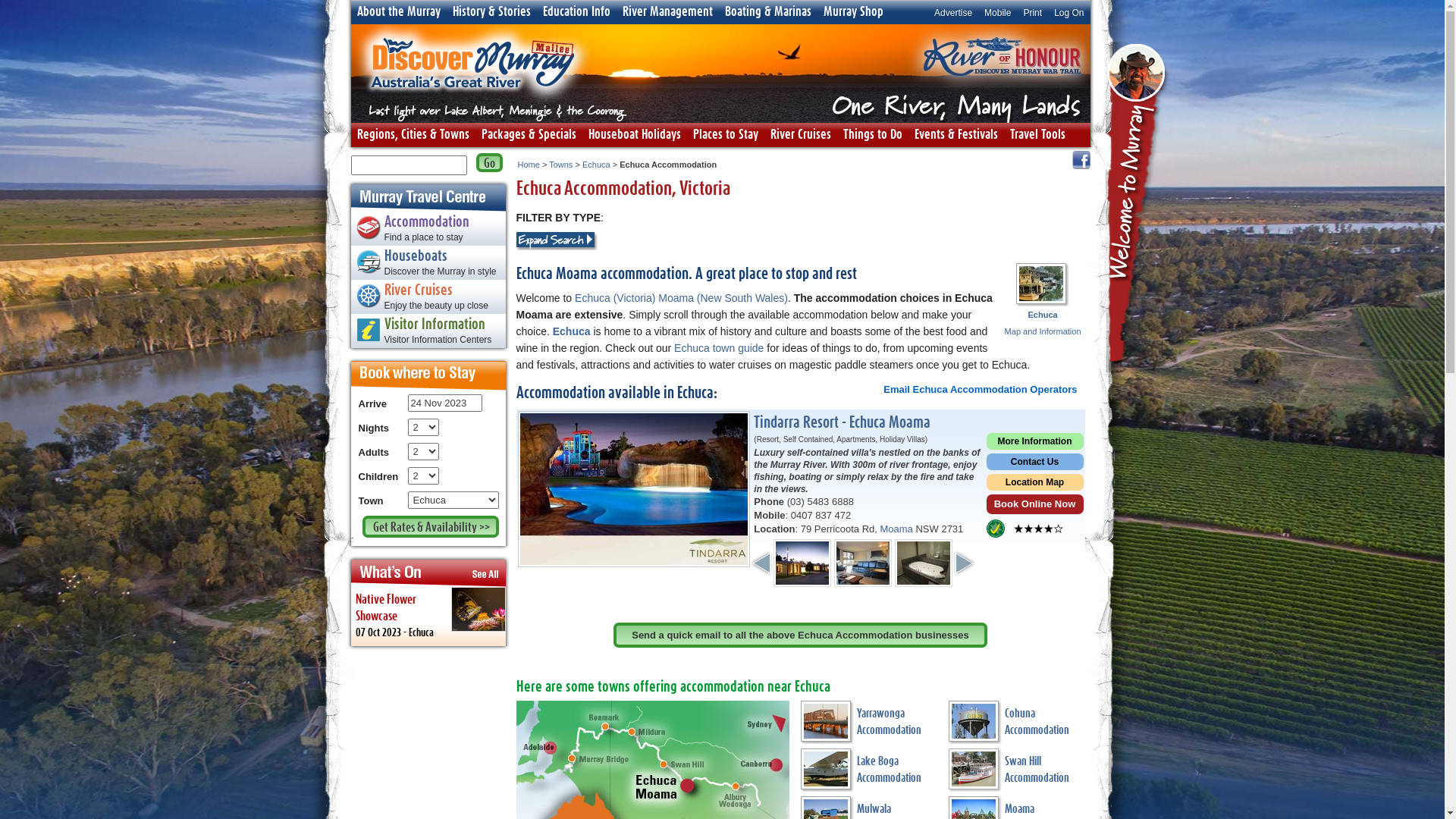 The image size is (1456, 819). Describe the element at coordinates (349, 231) in the screenshot. I see `'Accommodation` at that location.